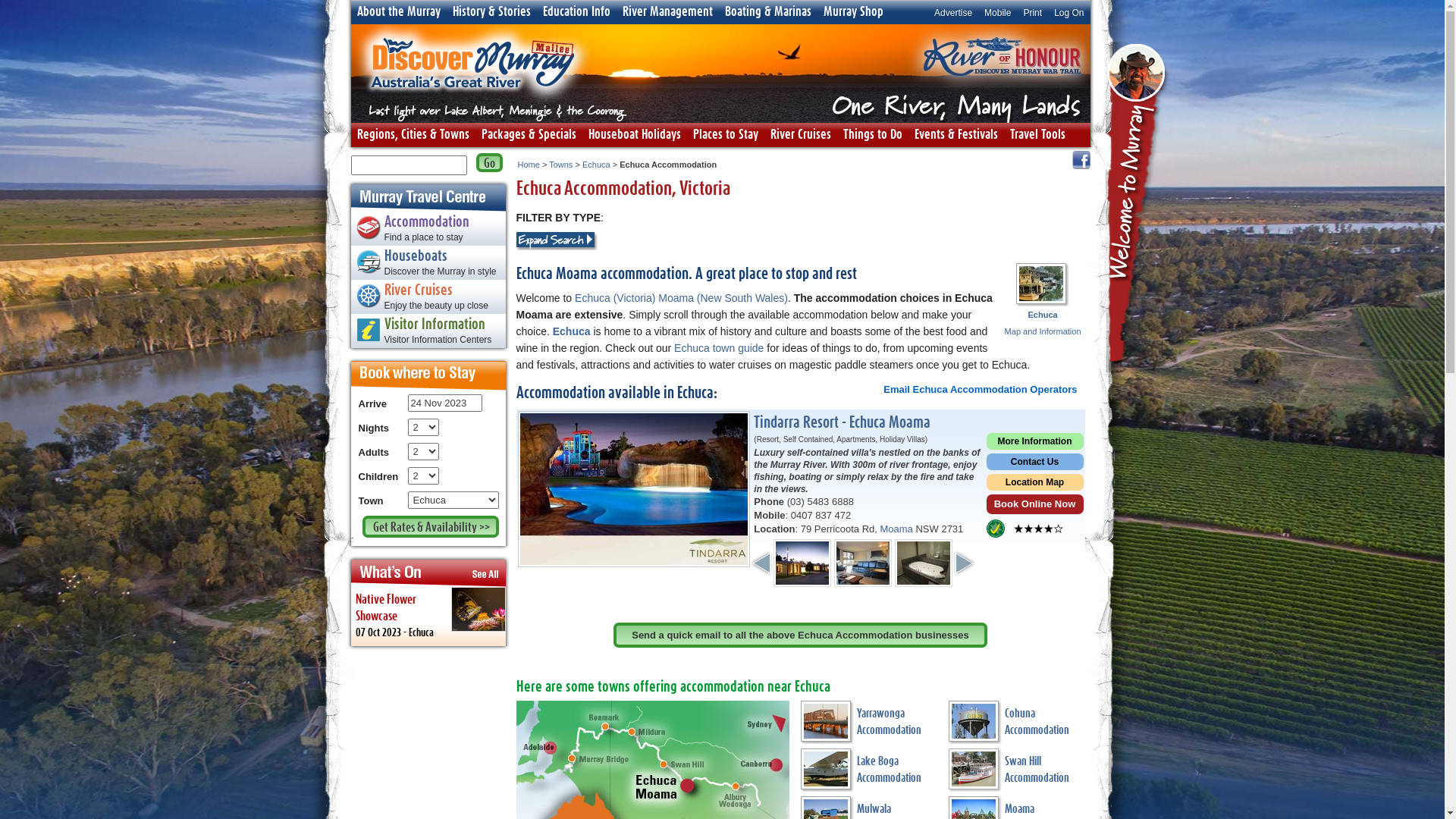 The image size is (1456, 819). Describe the element at coordinates (349, 231) in the screenshot. I see `'Accommodation` at that location.